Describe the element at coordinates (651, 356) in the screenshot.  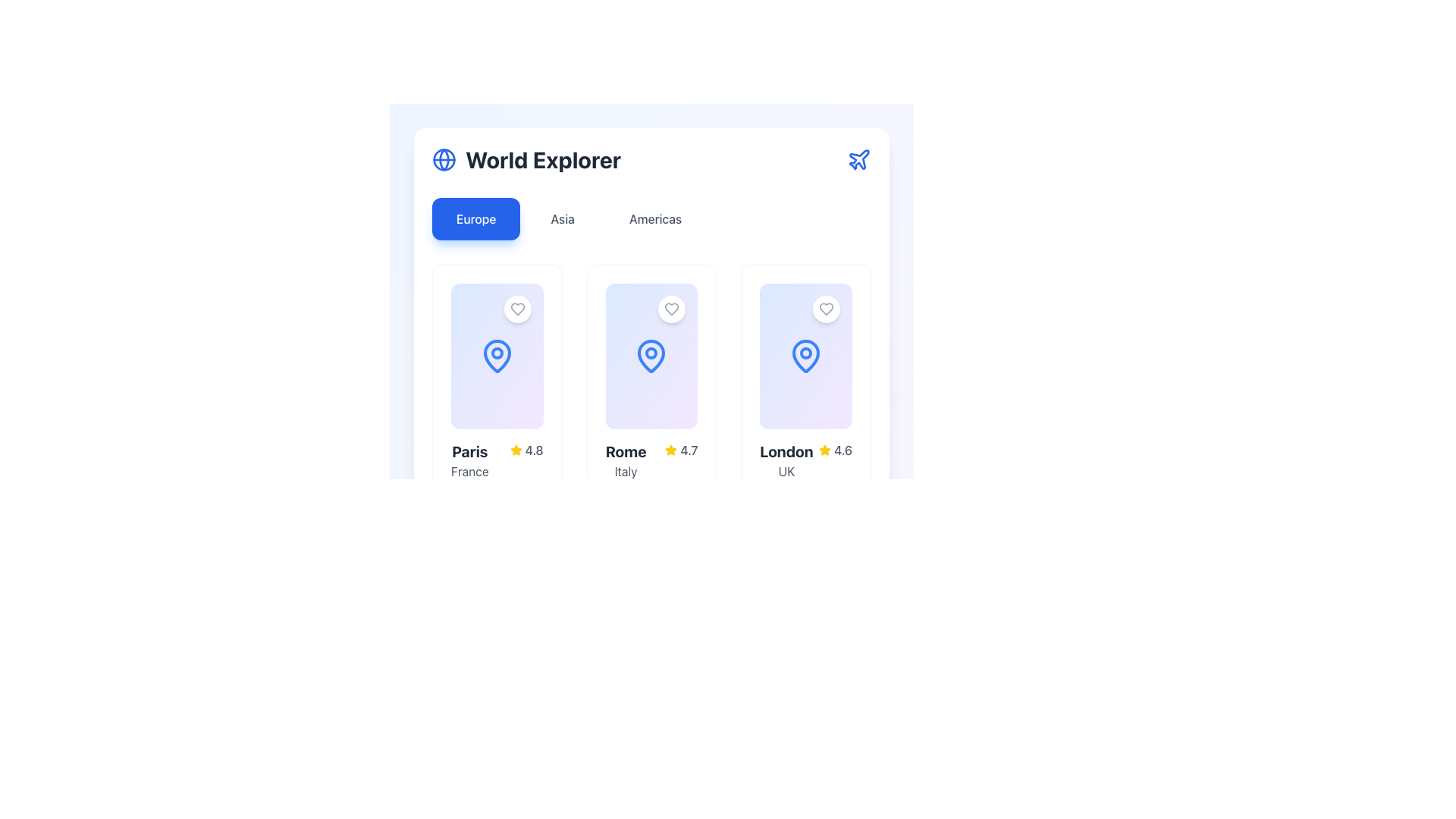
I see `the Interactive card representing 'Rome, Italy'` at that location.